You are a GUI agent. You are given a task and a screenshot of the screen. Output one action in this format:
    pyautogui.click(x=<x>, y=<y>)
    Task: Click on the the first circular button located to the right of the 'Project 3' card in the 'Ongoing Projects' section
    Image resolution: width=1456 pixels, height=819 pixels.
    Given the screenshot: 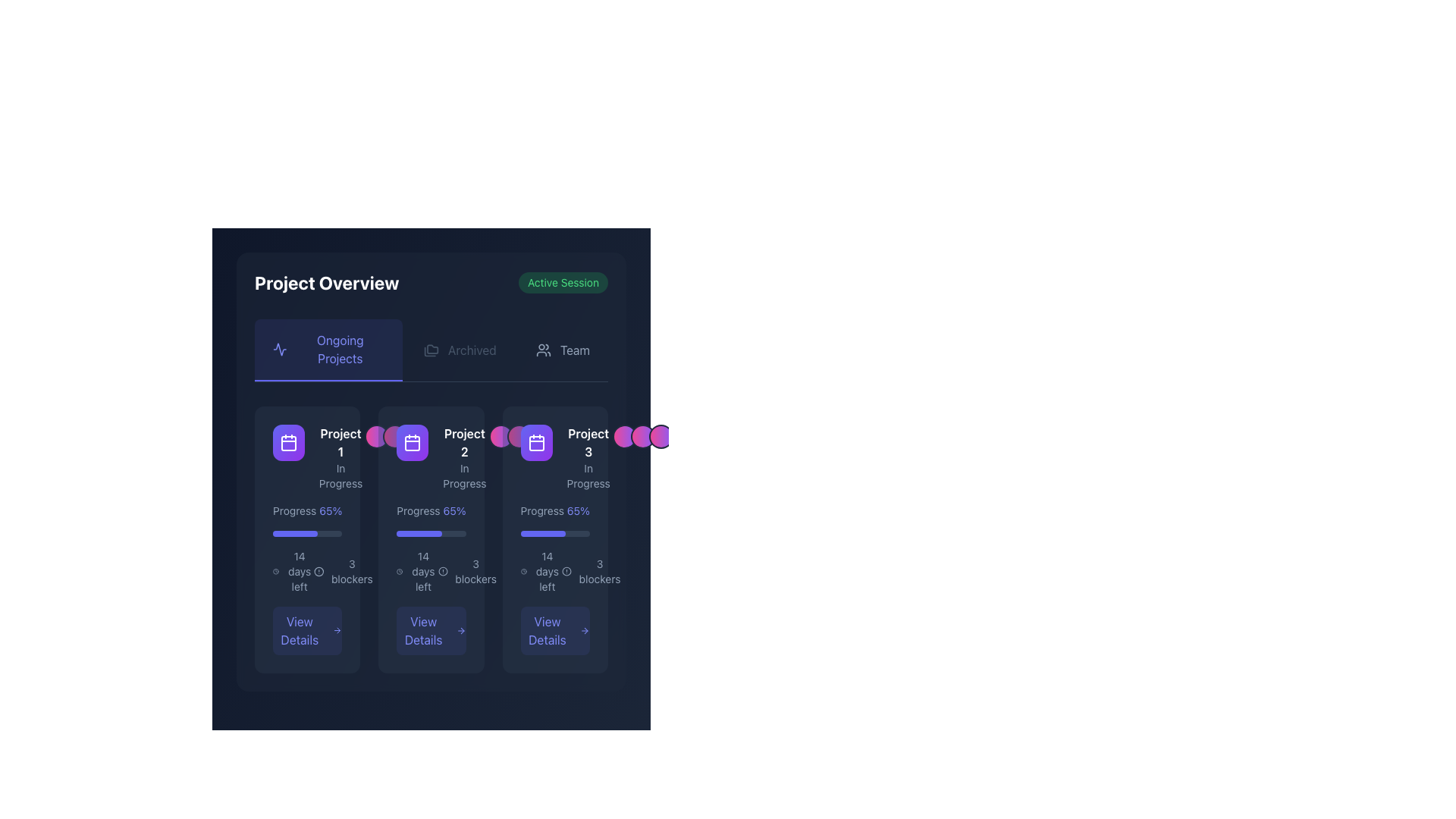 What is the action you would take?
    pyautogui.click(x=624, y=436)
    